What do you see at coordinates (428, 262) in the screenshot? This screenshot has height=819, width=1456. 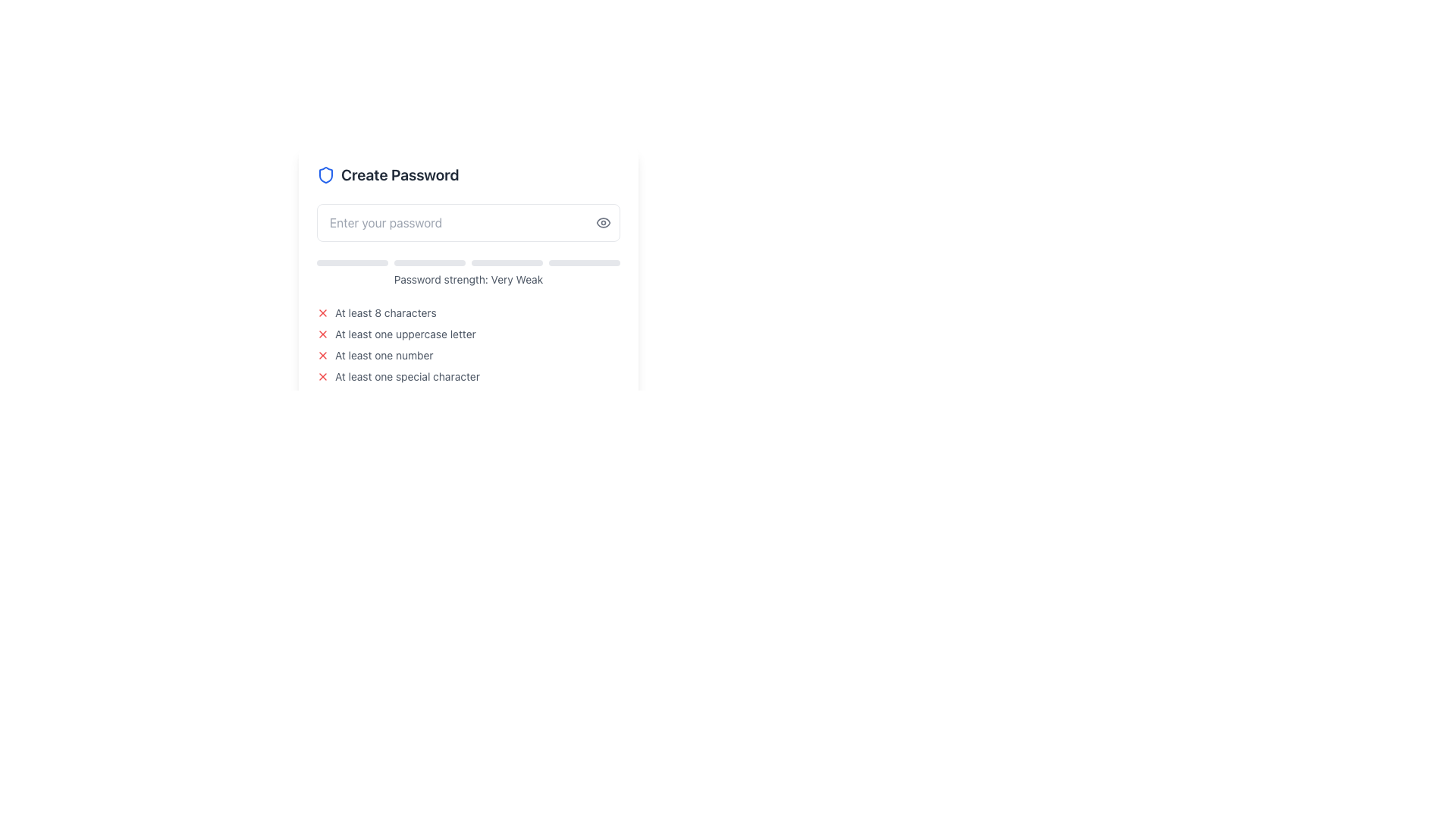 I see `the second segment of the password strength indicator, which visually represents the strength of the password entered above` at bounding box center [428, 262].